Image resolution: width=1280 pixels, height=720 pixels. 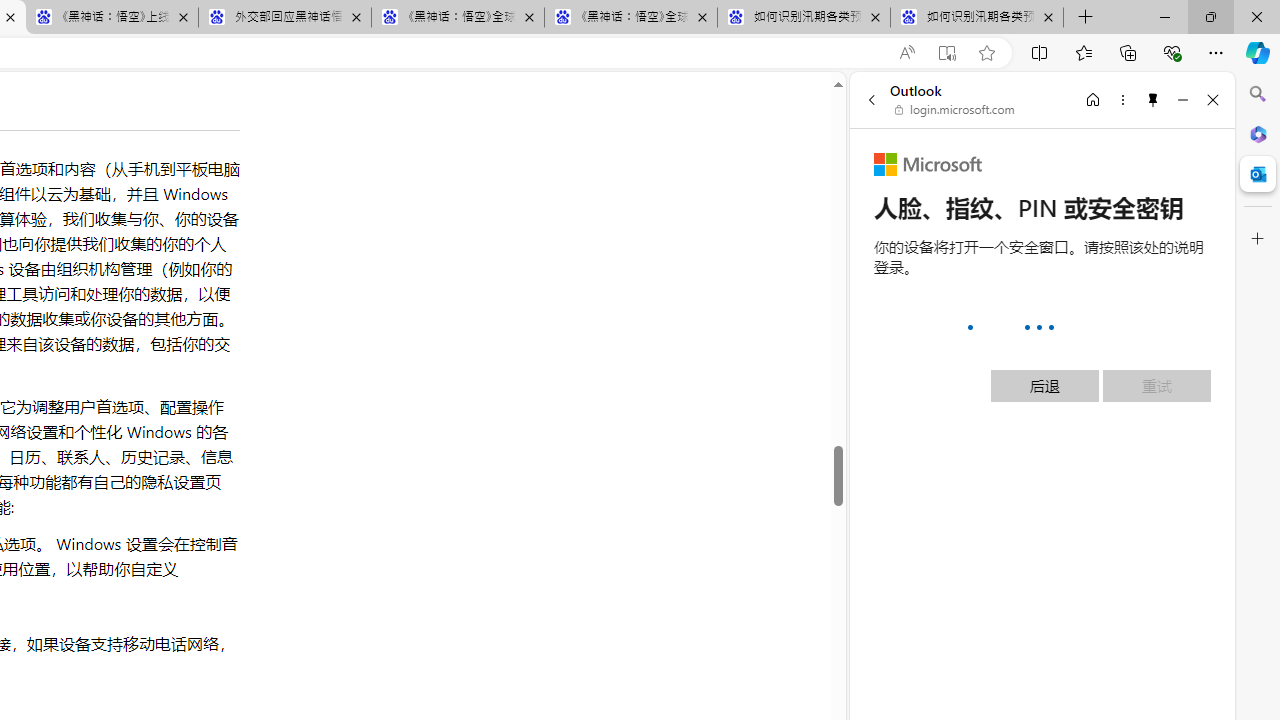 I want to click on 'Microsoft', so click(x=927, y=164).